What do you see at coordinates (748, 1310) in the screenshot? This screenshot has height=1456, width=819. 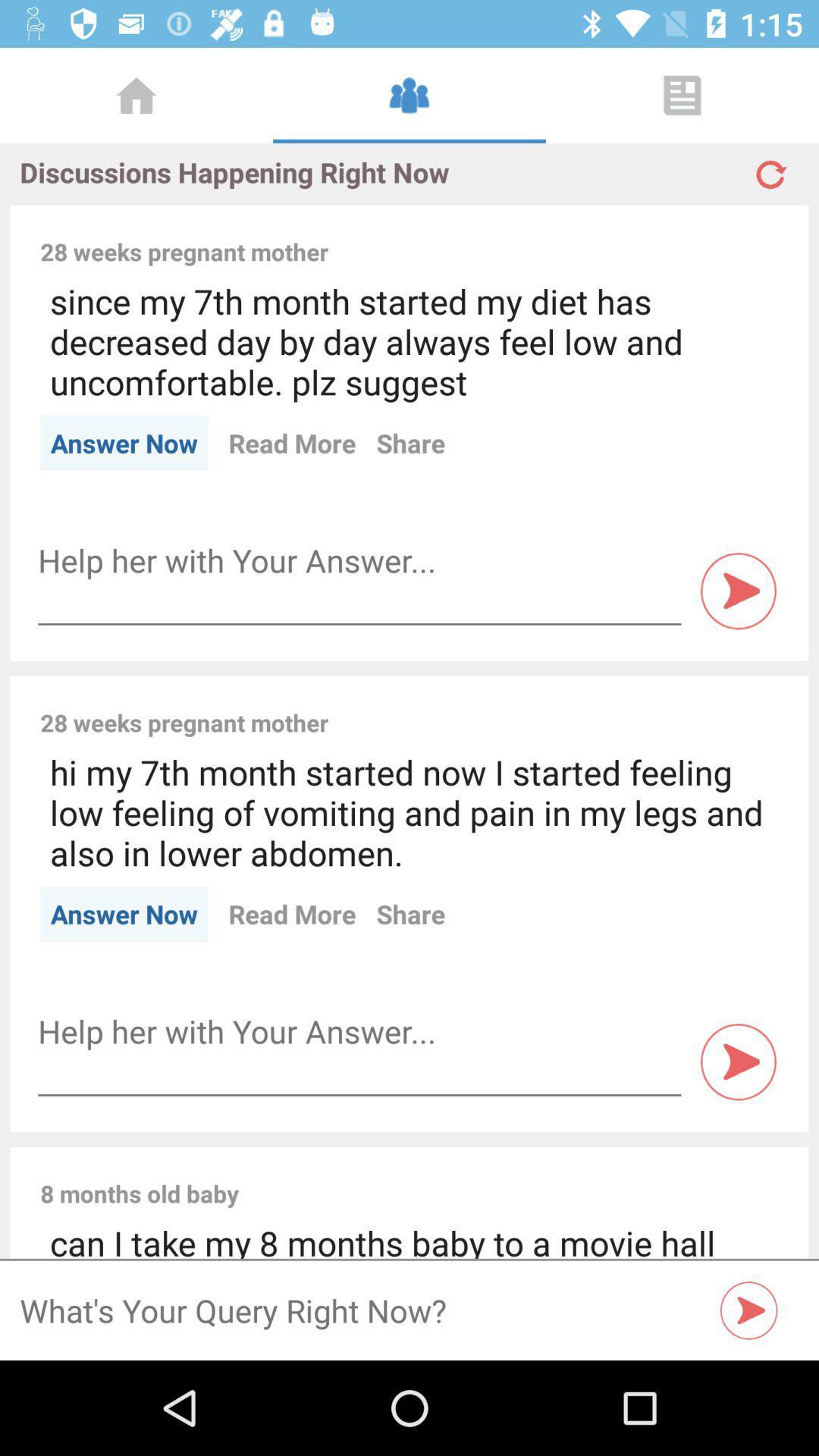 I see `the play icon` at bounding box center [748, 1310].